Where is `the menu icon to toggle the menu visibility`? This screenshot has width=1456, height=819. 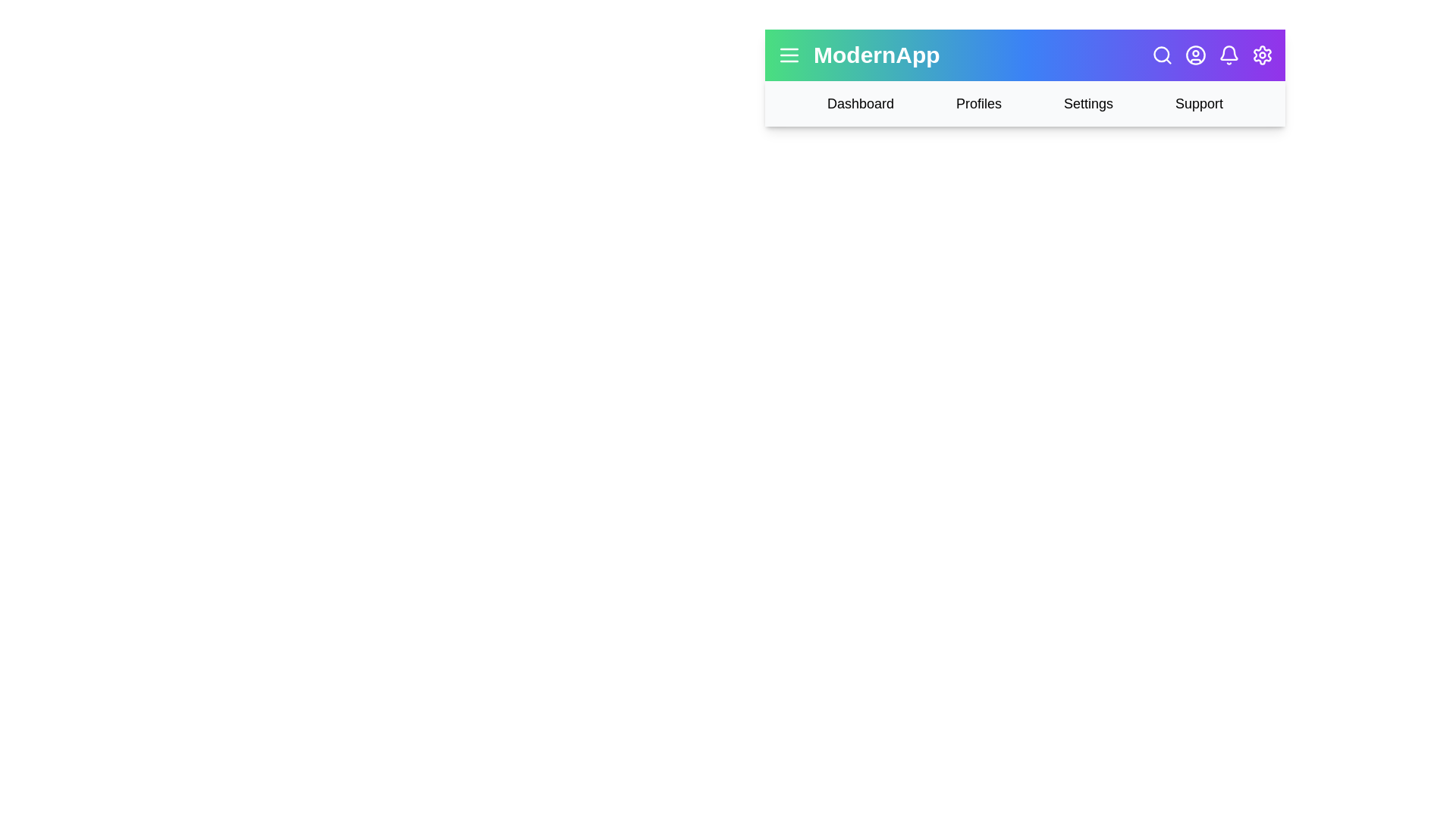
the menu icon to toggle the menu visibility is located at coordinates (789, 55).